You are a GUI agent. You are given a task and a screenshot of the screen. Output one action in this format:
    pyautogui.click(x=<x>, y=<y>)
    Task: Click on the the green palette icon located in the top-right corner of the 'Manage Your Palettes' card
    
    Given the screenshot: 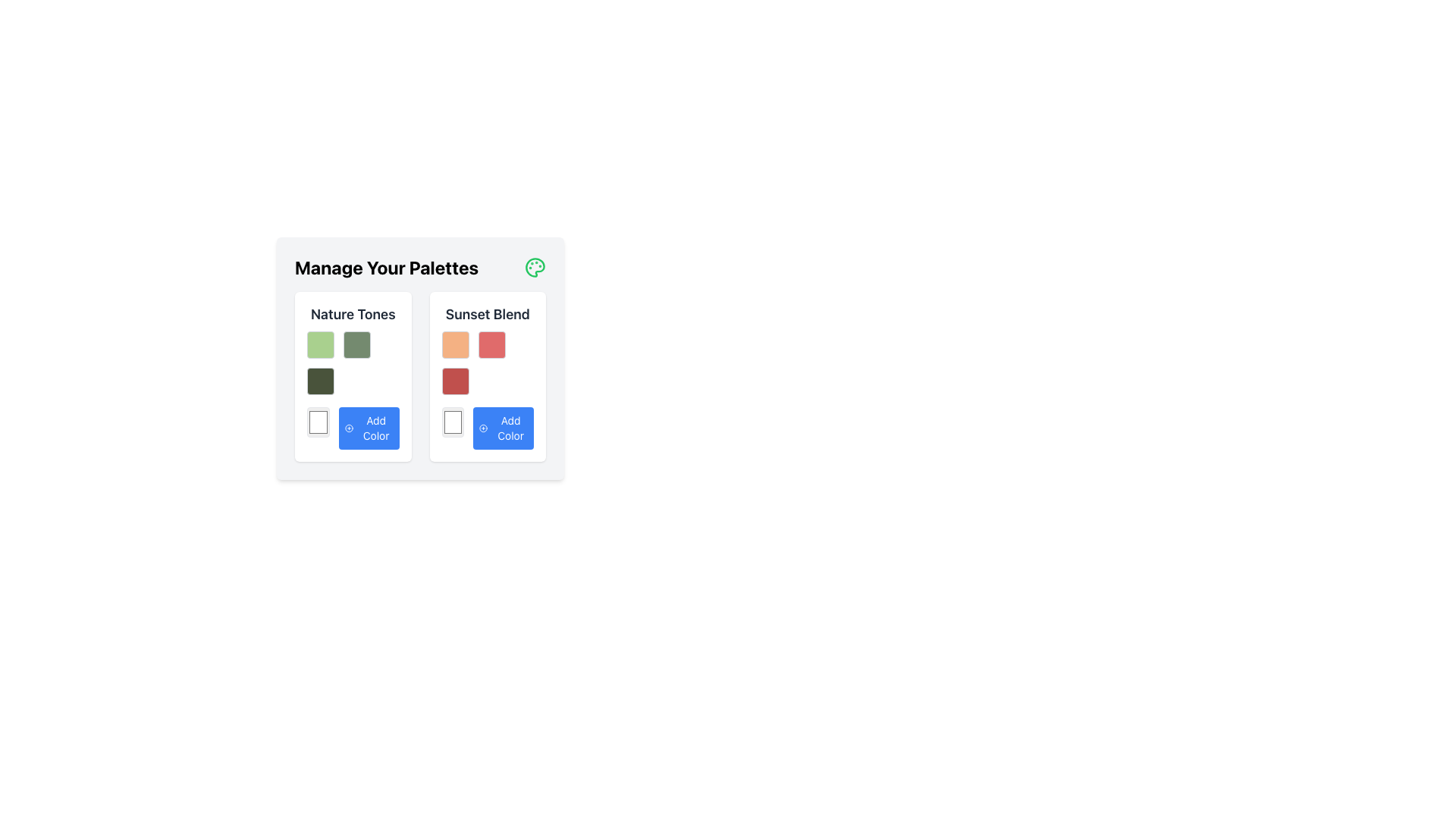 What is the action you would take?
    pyautogui.click(x=535, y=267)
    